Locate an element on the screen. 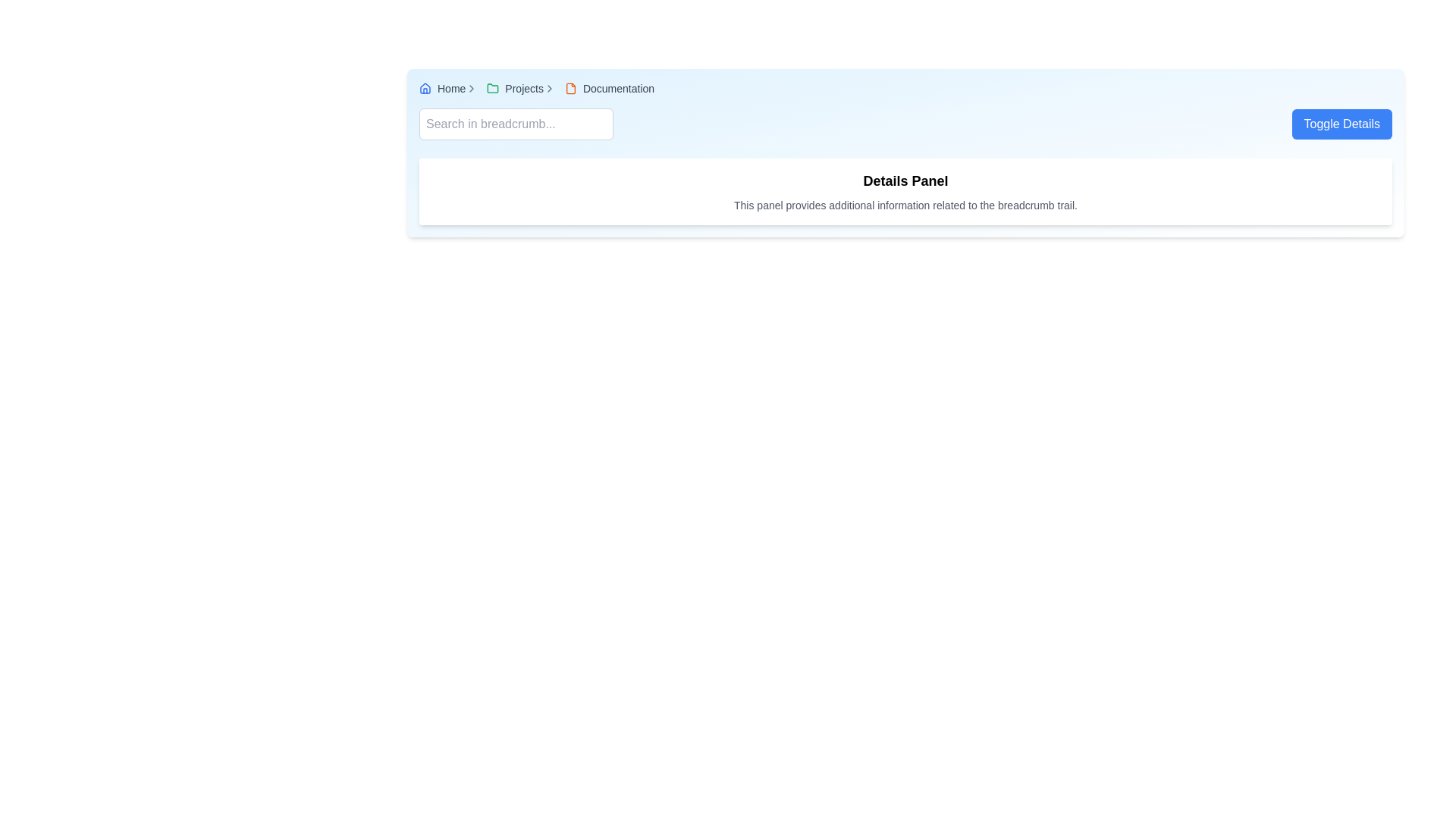 This screenshot has height=819, width=1456. the 'Projects' icon in the breadcrumb navigation bar, which is visually represented by a graphical folder icon located between the 'Home' and 'Documentation' icons is located at coordinates (493, 88).